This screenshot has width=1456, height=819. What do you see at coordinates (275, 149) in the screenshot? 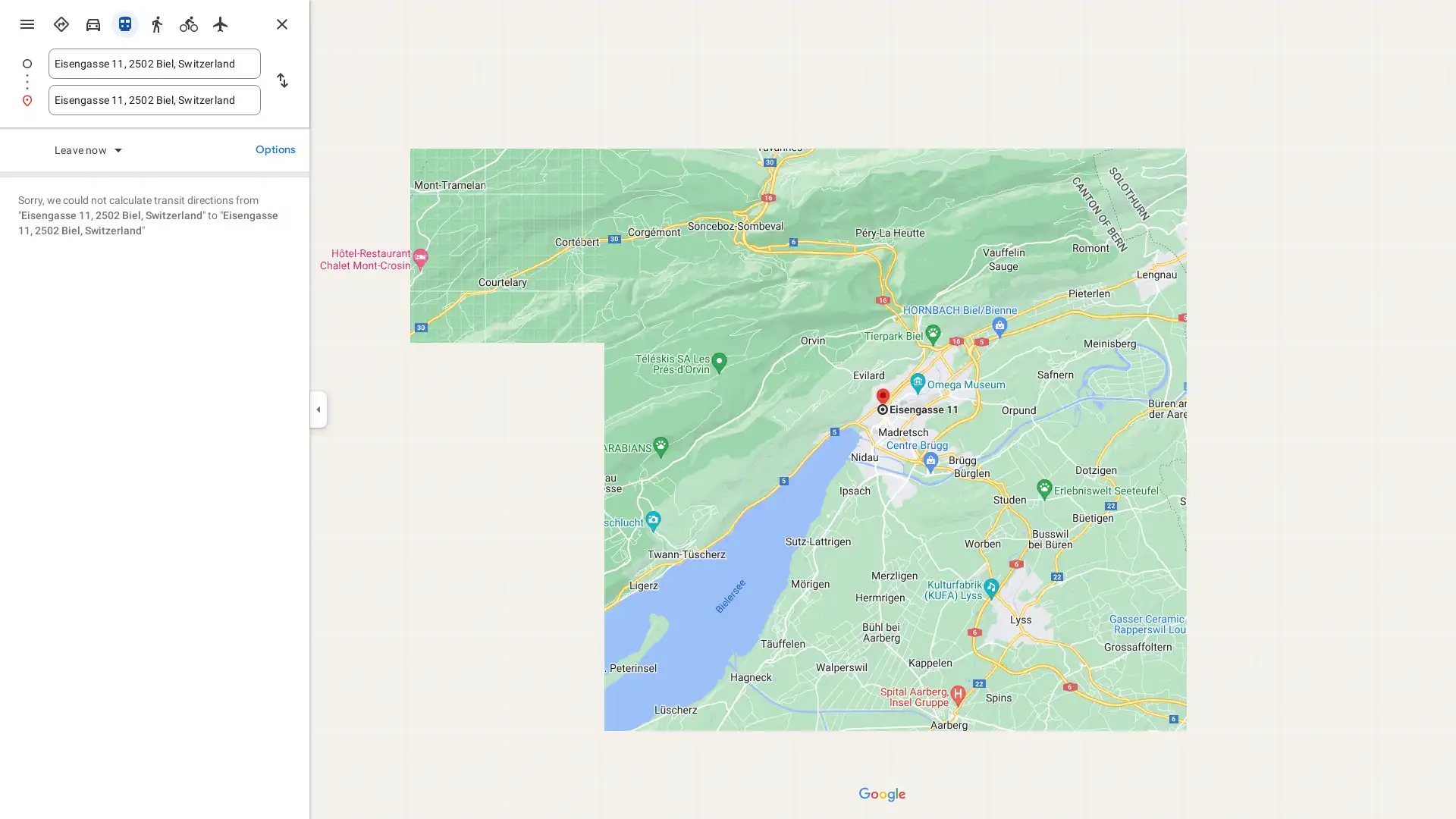
I see `Options` at bounding box center [275, 149].